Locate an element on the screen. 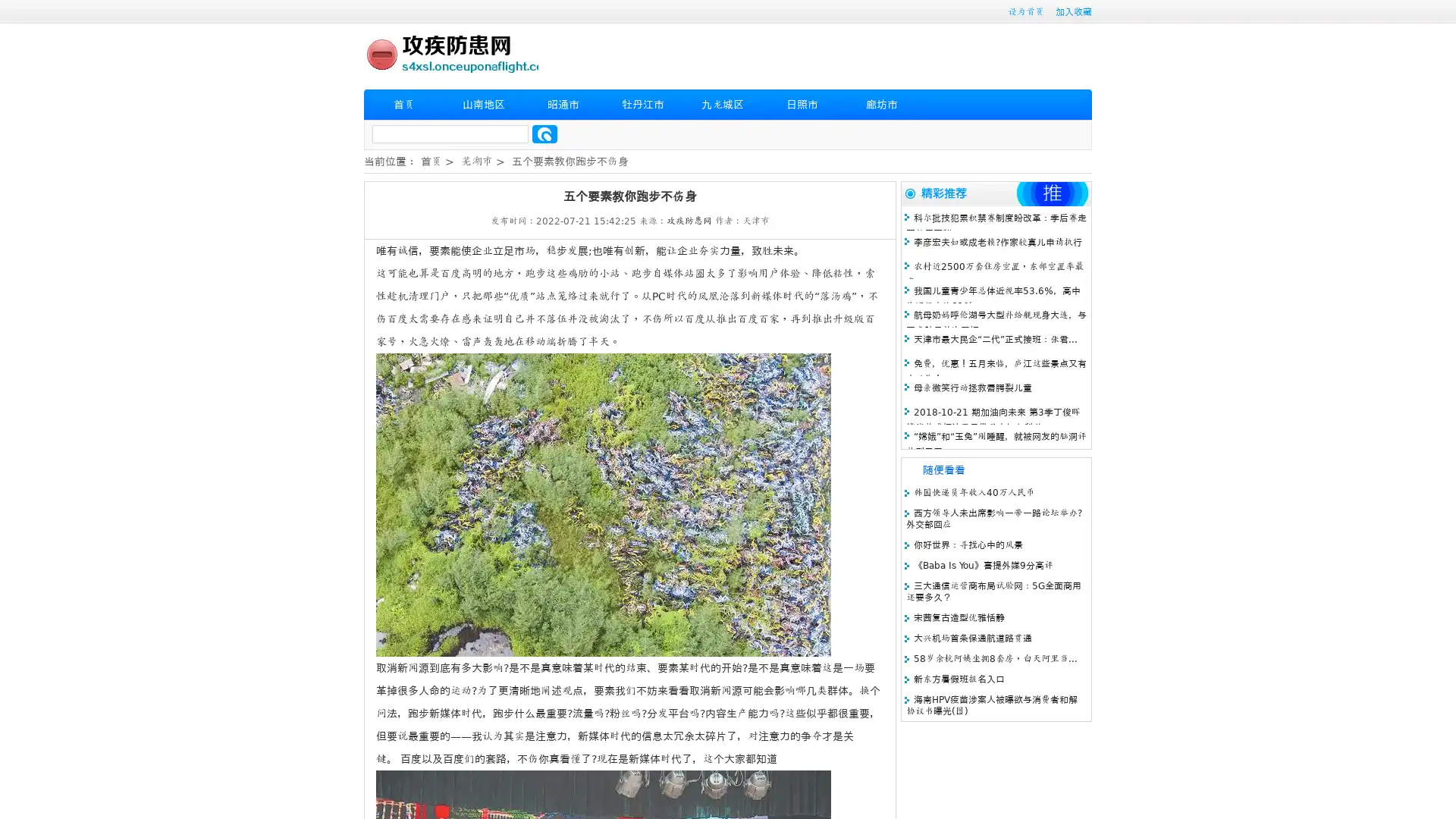  Search is located at coordinates (544, 133).